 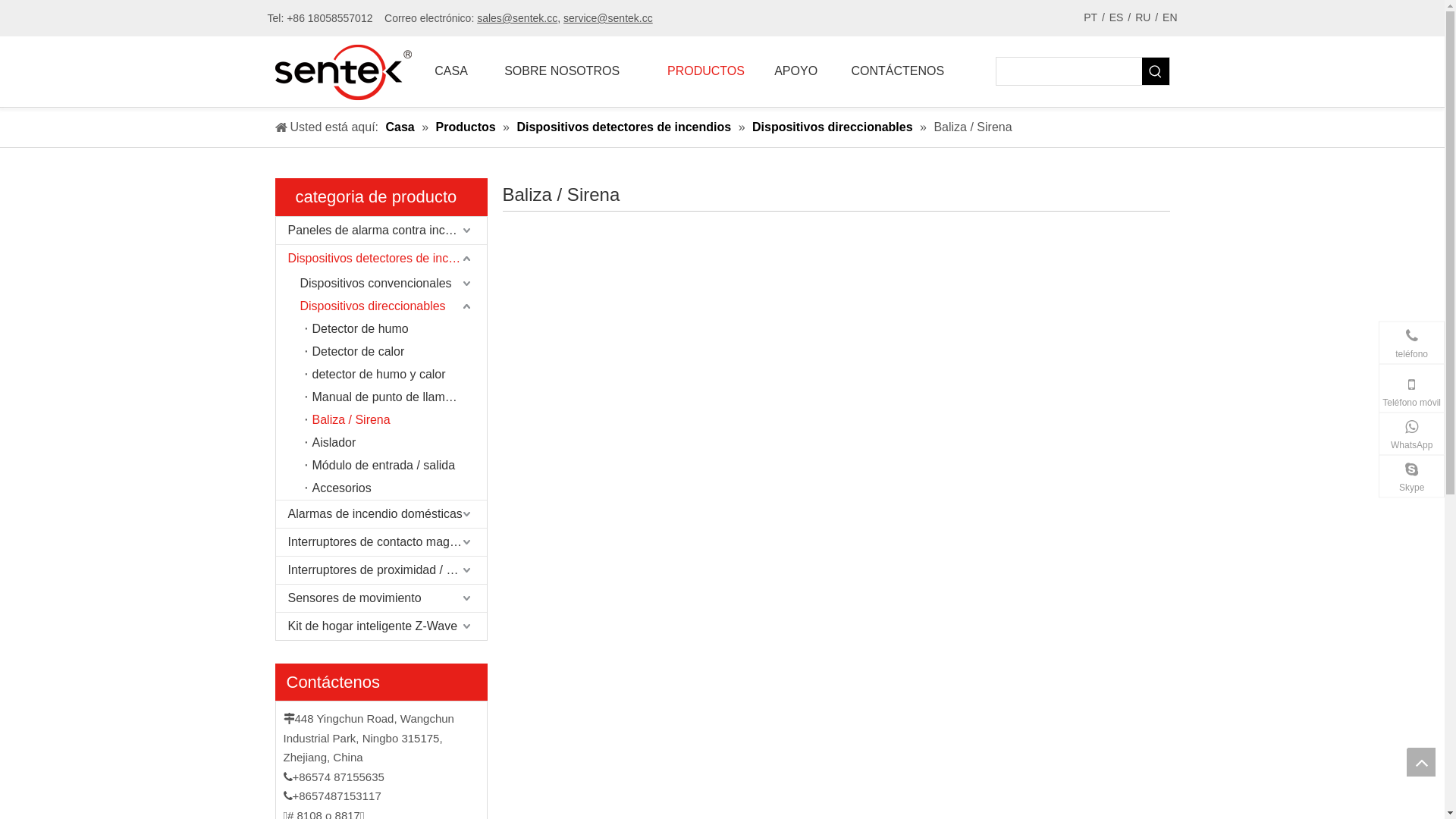 What do you see at coordinates (450, 71) in the screenshot?
I see `'CASA'` at bounding box center [450, 71].